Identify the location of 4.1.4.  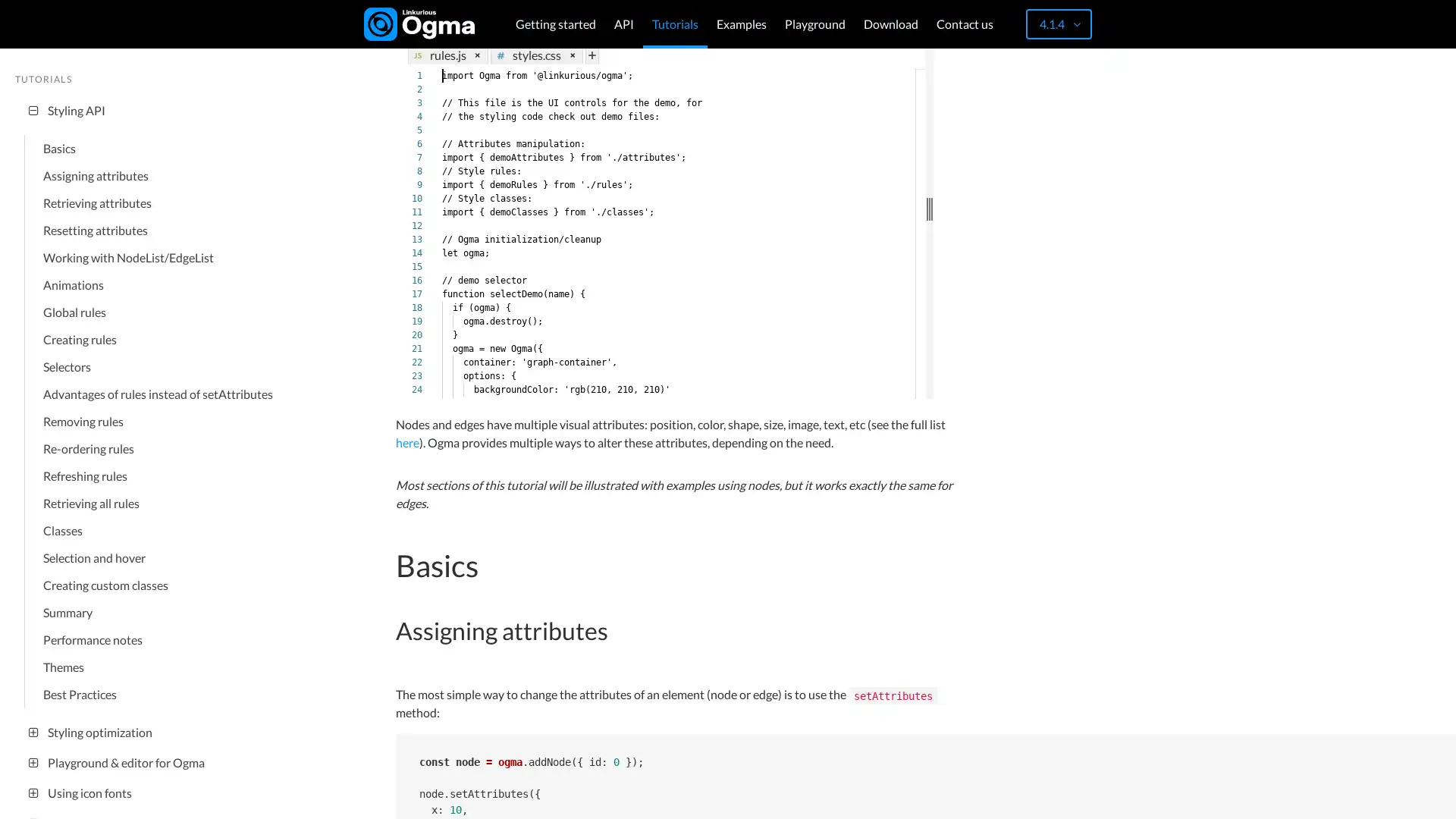
(1058, 24).